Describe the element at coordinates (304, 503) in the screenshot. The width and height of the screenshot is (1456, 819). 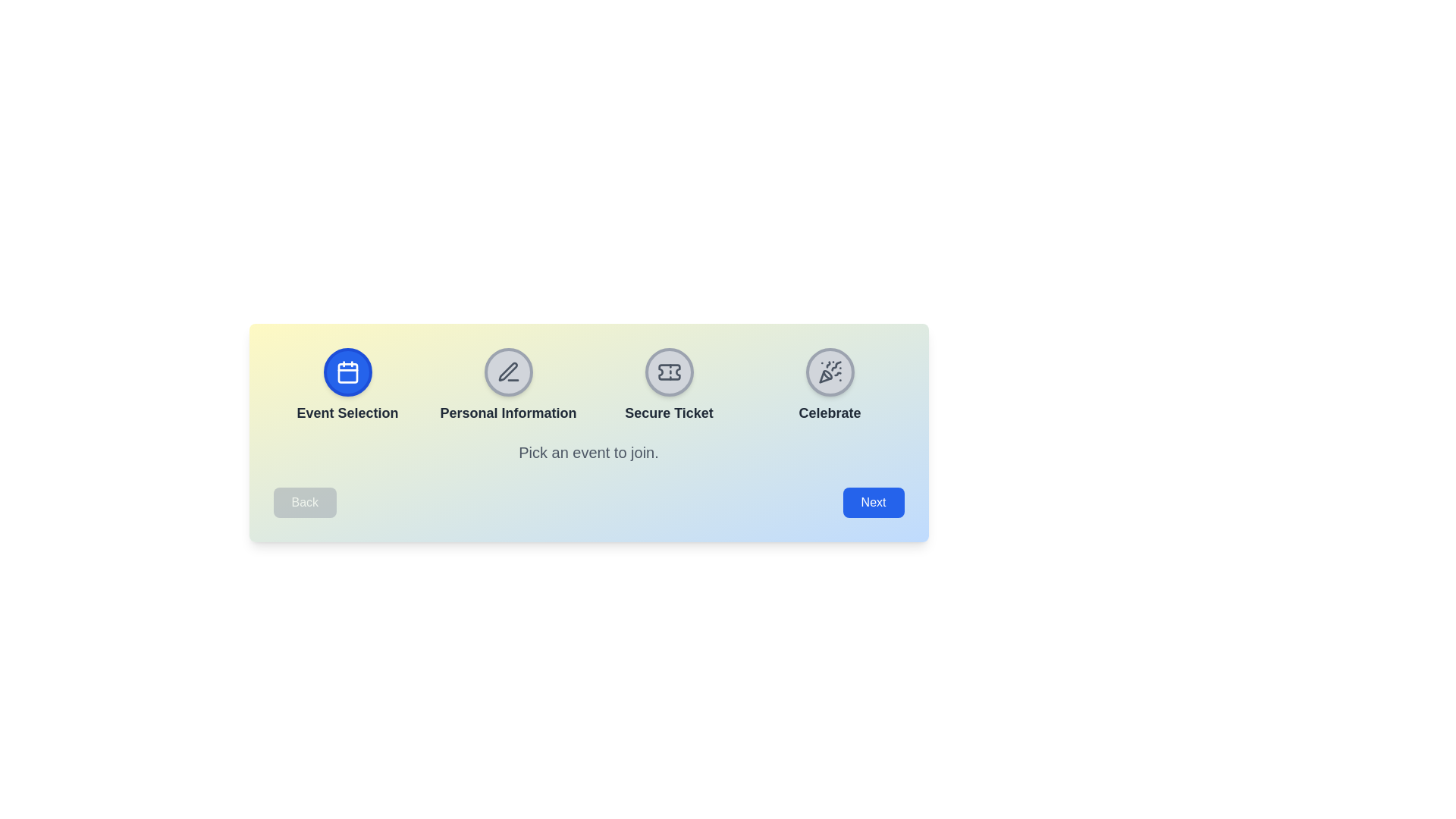
I see `'Back' button to return to the previous step` at that location.